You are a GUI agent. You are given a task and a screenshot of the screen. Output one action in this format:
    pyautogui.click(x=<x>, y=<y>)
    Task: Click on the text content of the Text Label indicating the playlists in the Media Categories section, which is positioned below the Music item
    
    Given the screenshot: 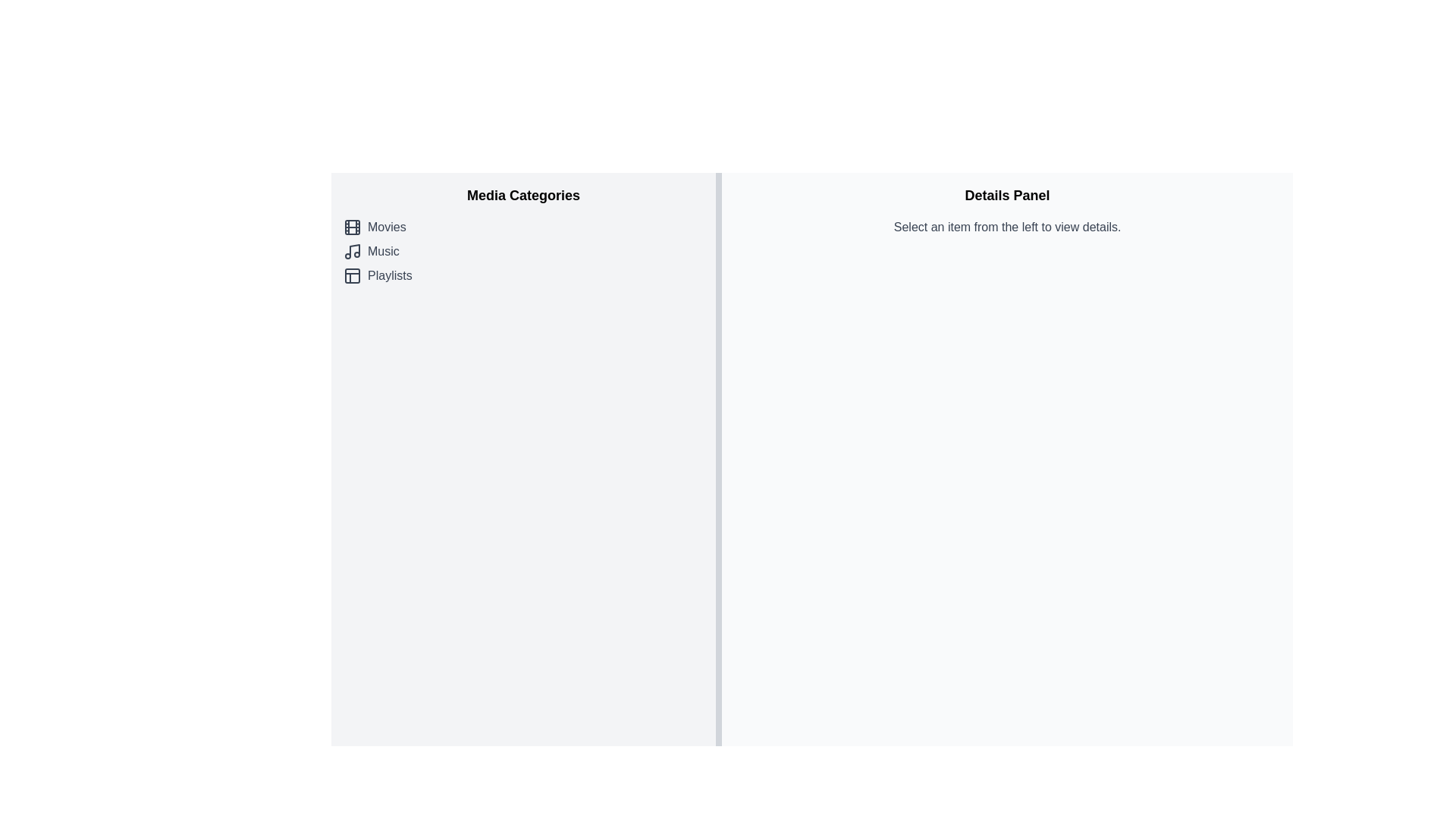 What is the action you would take?
    pyautogui.click(x=390, y=275)
    